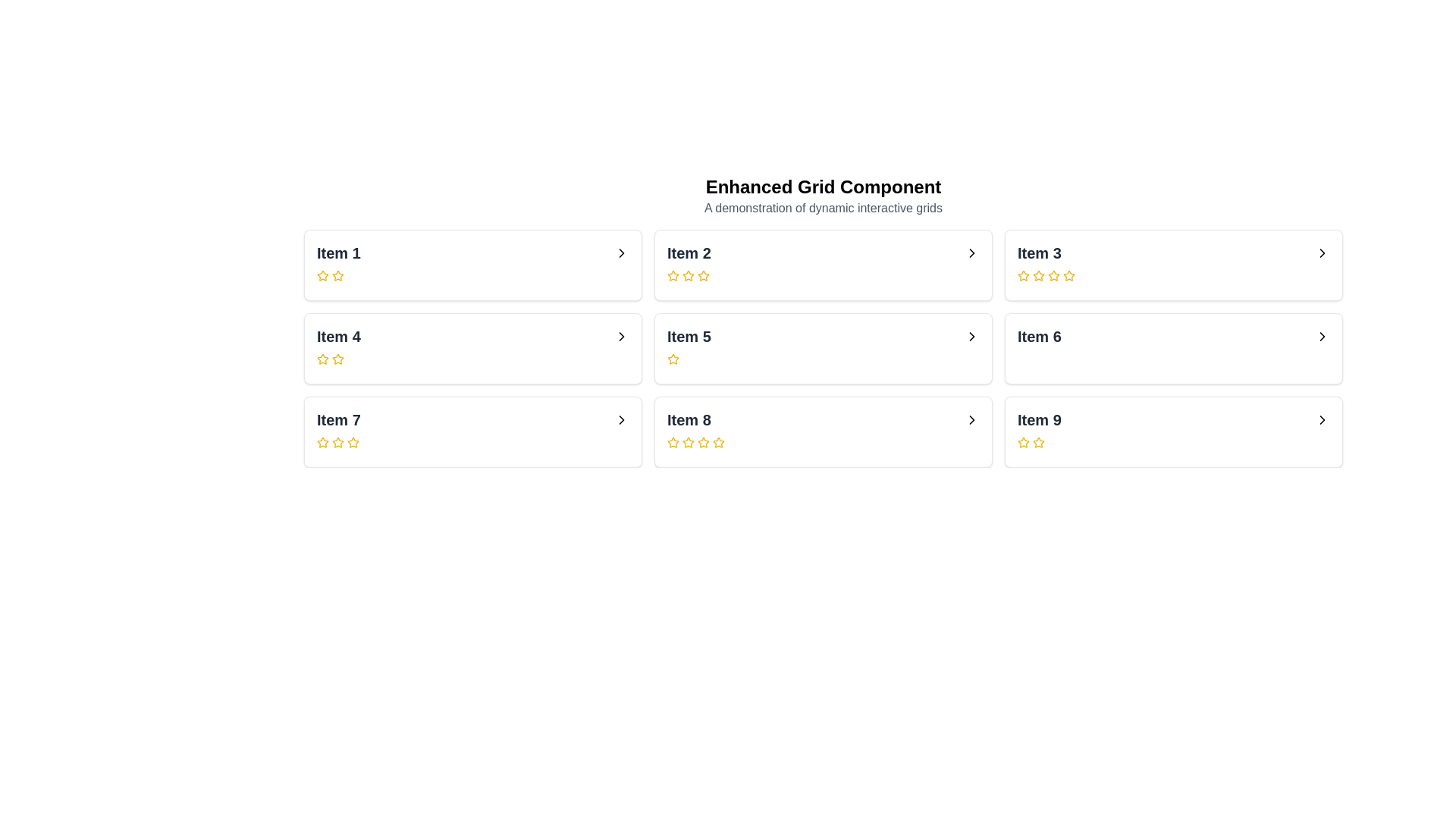  What do you see at coordinates (337, 420) in the screenshot?
I see `the text label that reads 'Item 7', which is styled with a bold font and dark gray color, located in the bottom left cell of the layout` at bounding box center [337, 420].